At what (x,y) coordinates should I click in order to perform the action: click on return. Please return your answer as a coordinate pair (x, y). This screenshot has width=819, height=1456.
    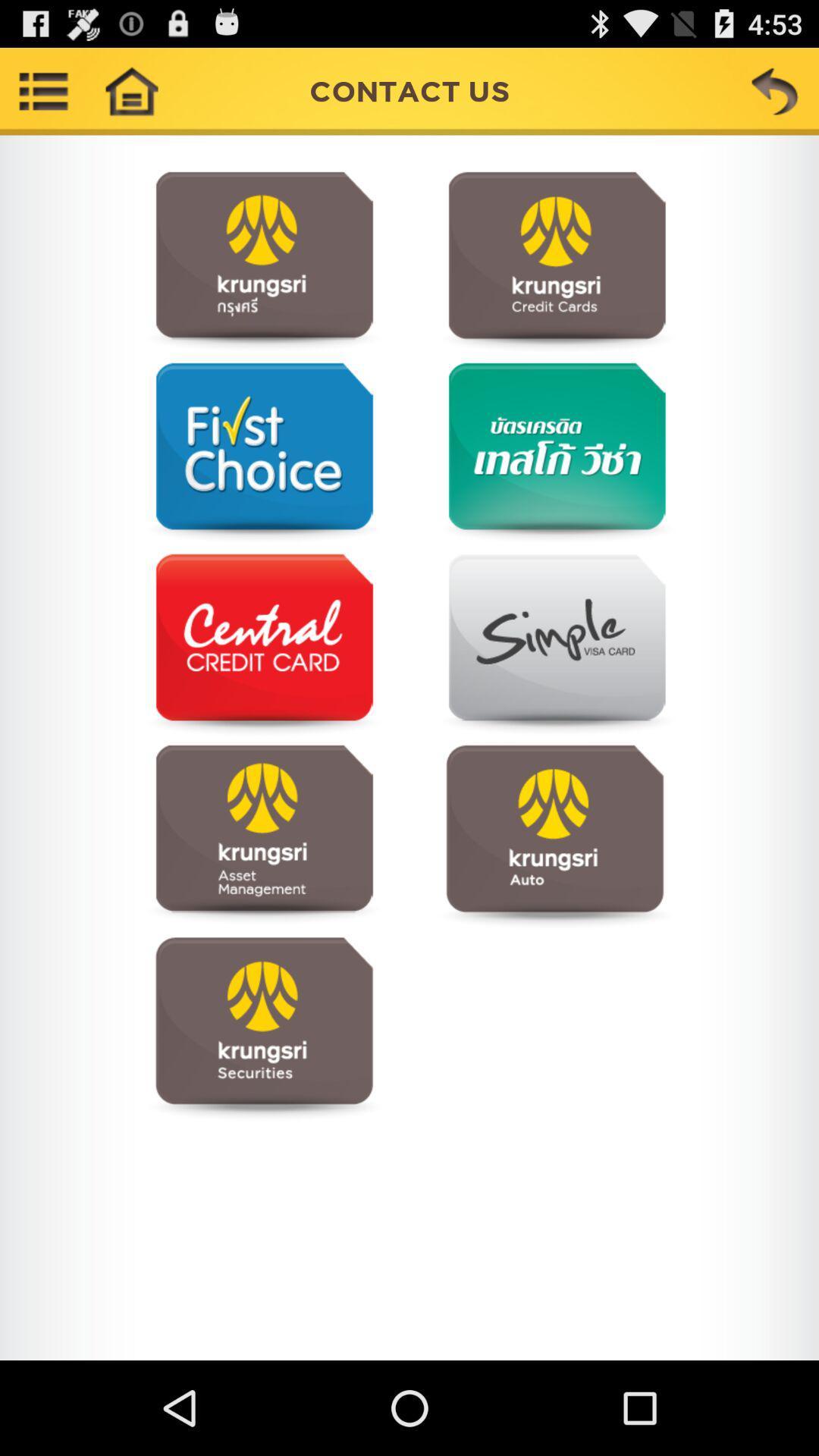
    Looking at the image, I should click on (775, 90).